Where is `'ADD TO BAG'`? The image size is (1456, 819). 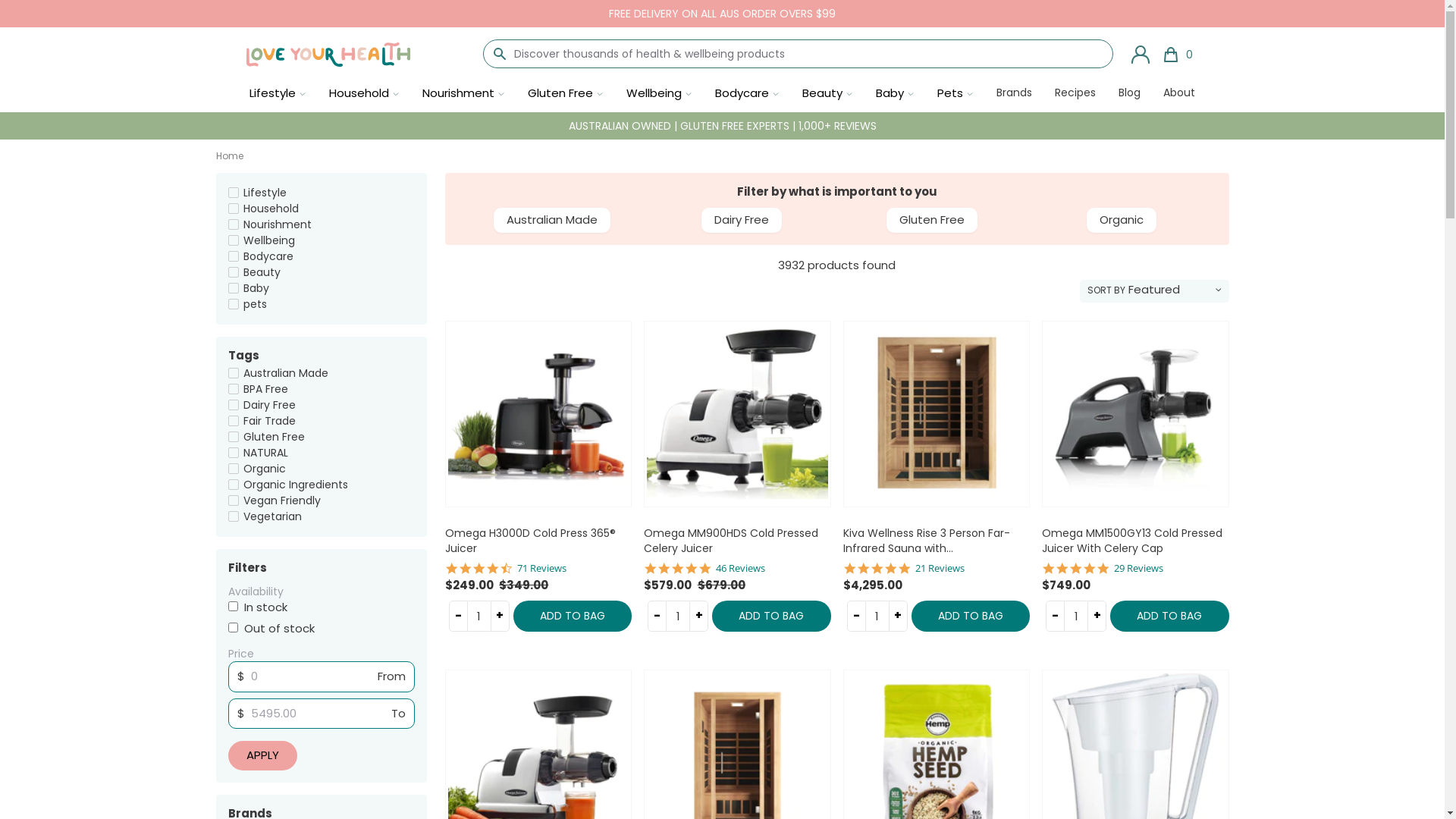 'ADD TO BAG' is located at coordinates (571, 616).